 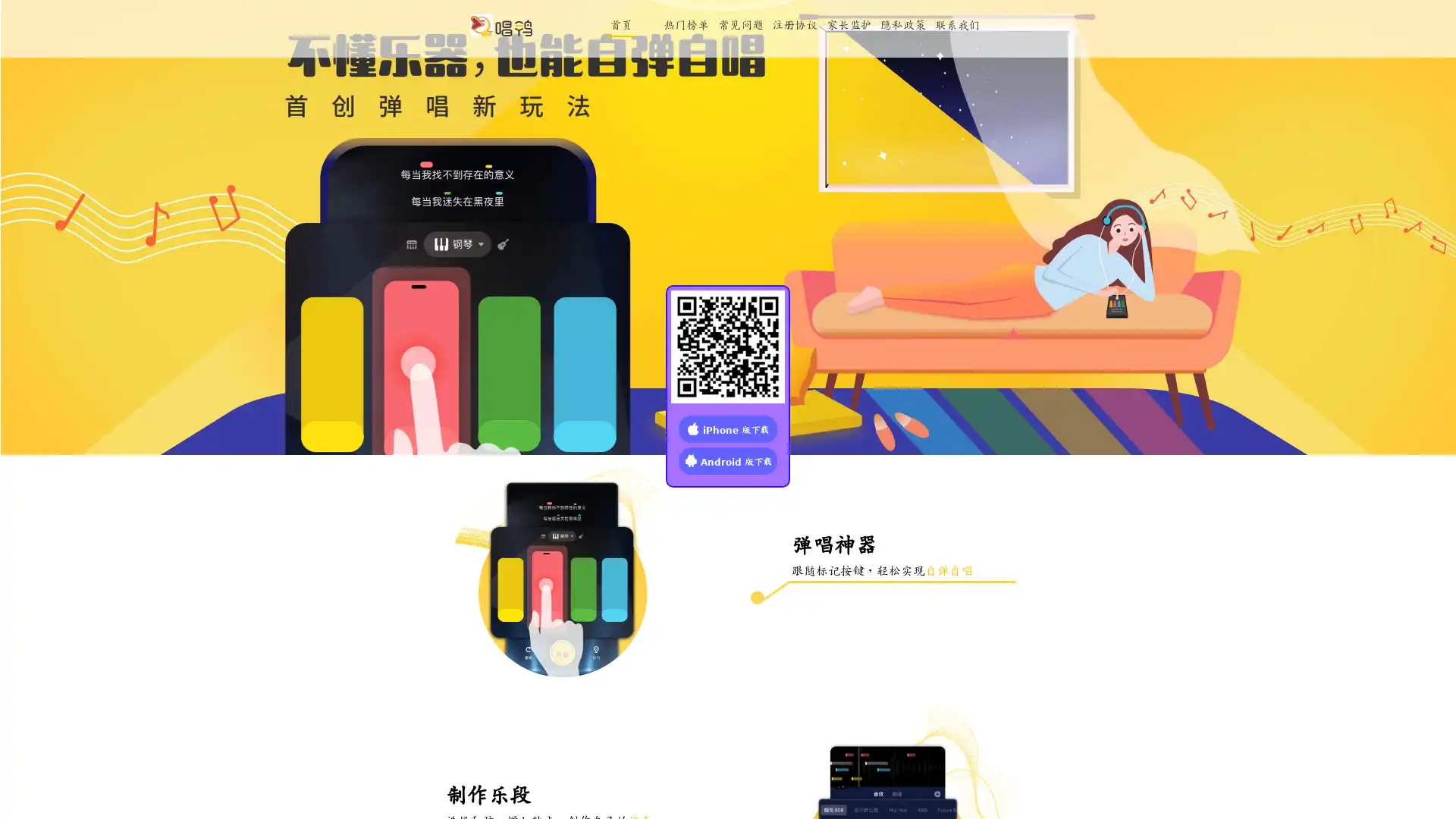 I want to click on Android, so click(x=728, y=459).